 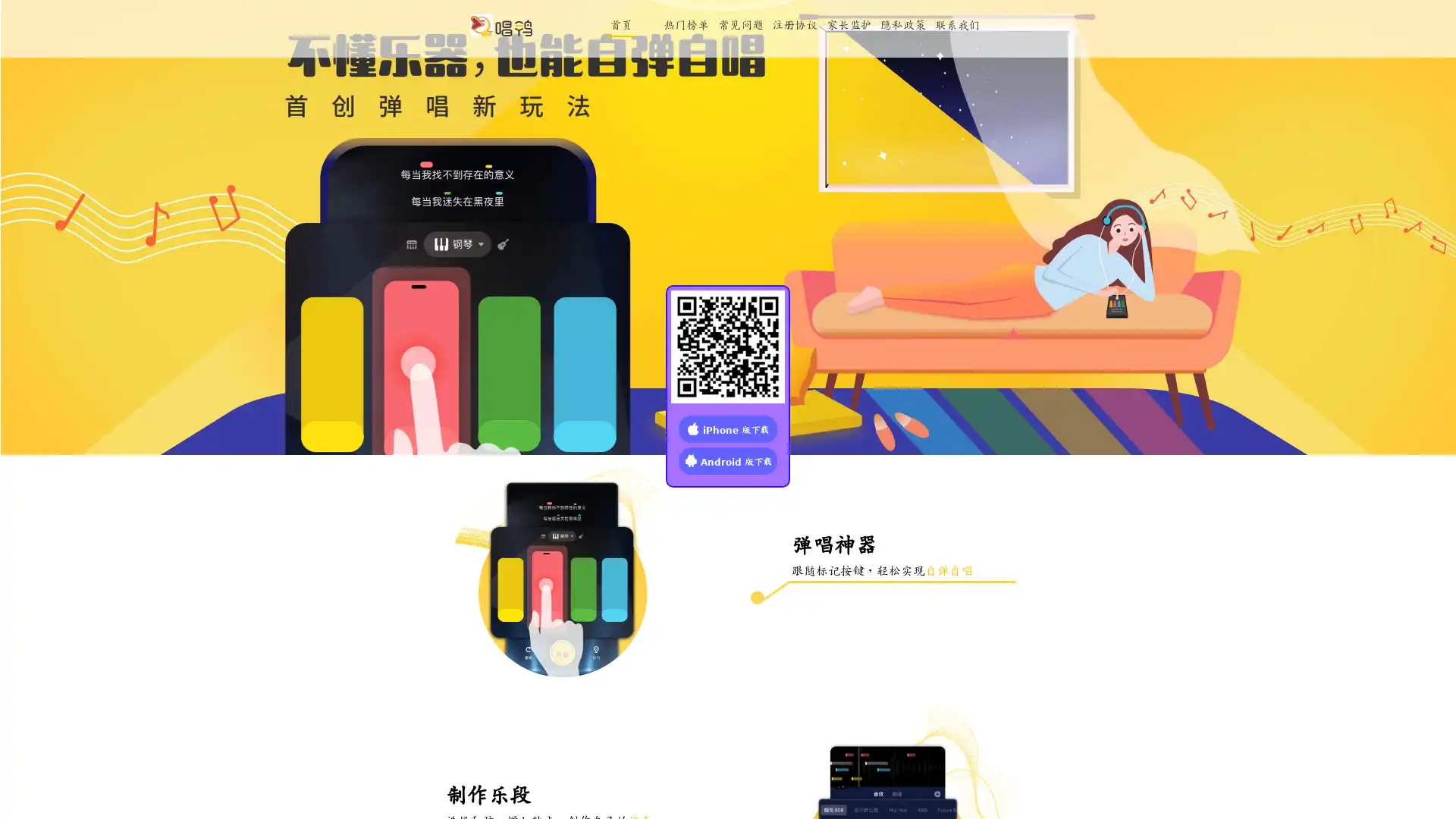 I want to click on Android, so click(x=728, y=459).